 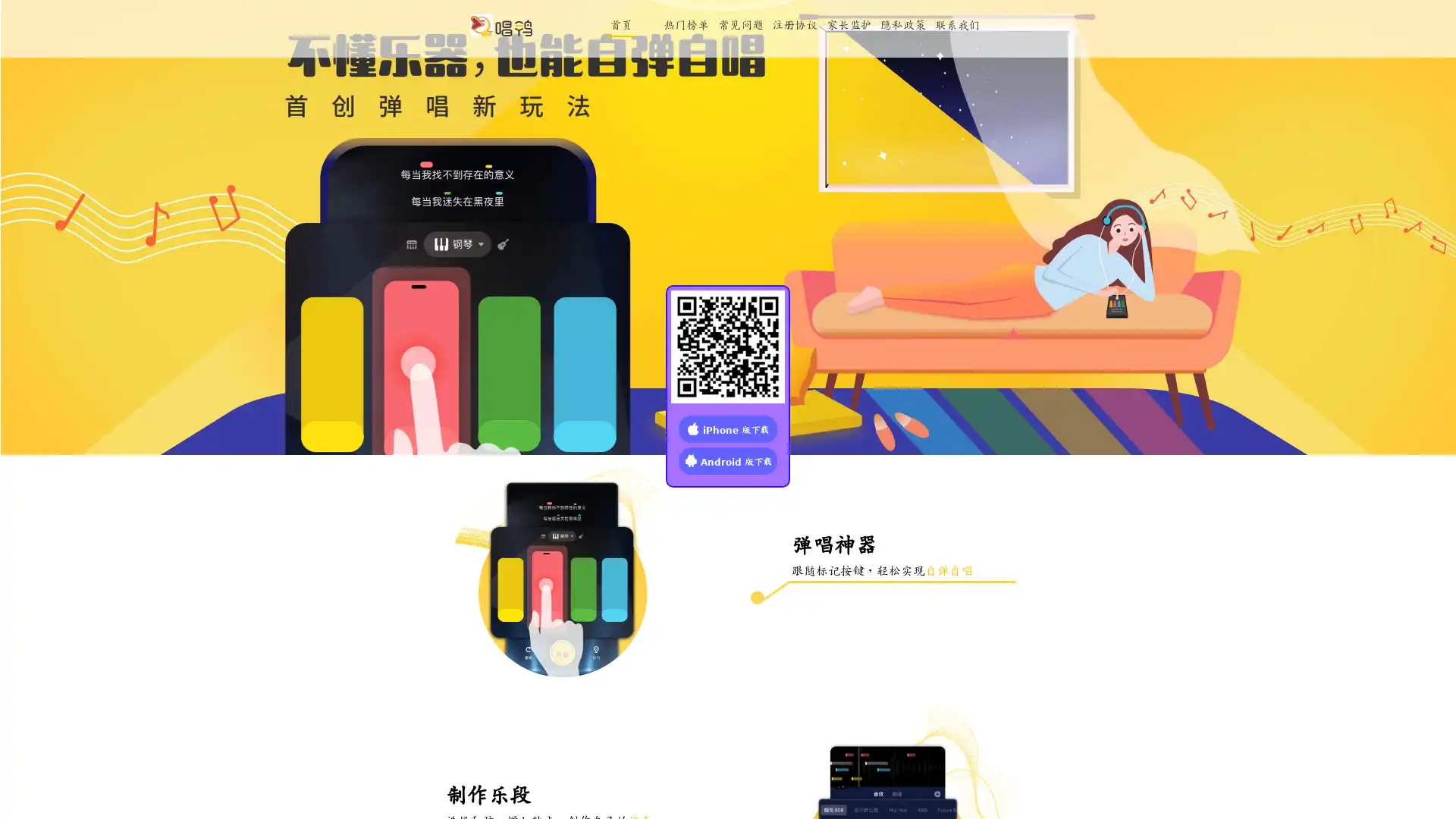 I want to click on Android, so click(x=728, y=459).